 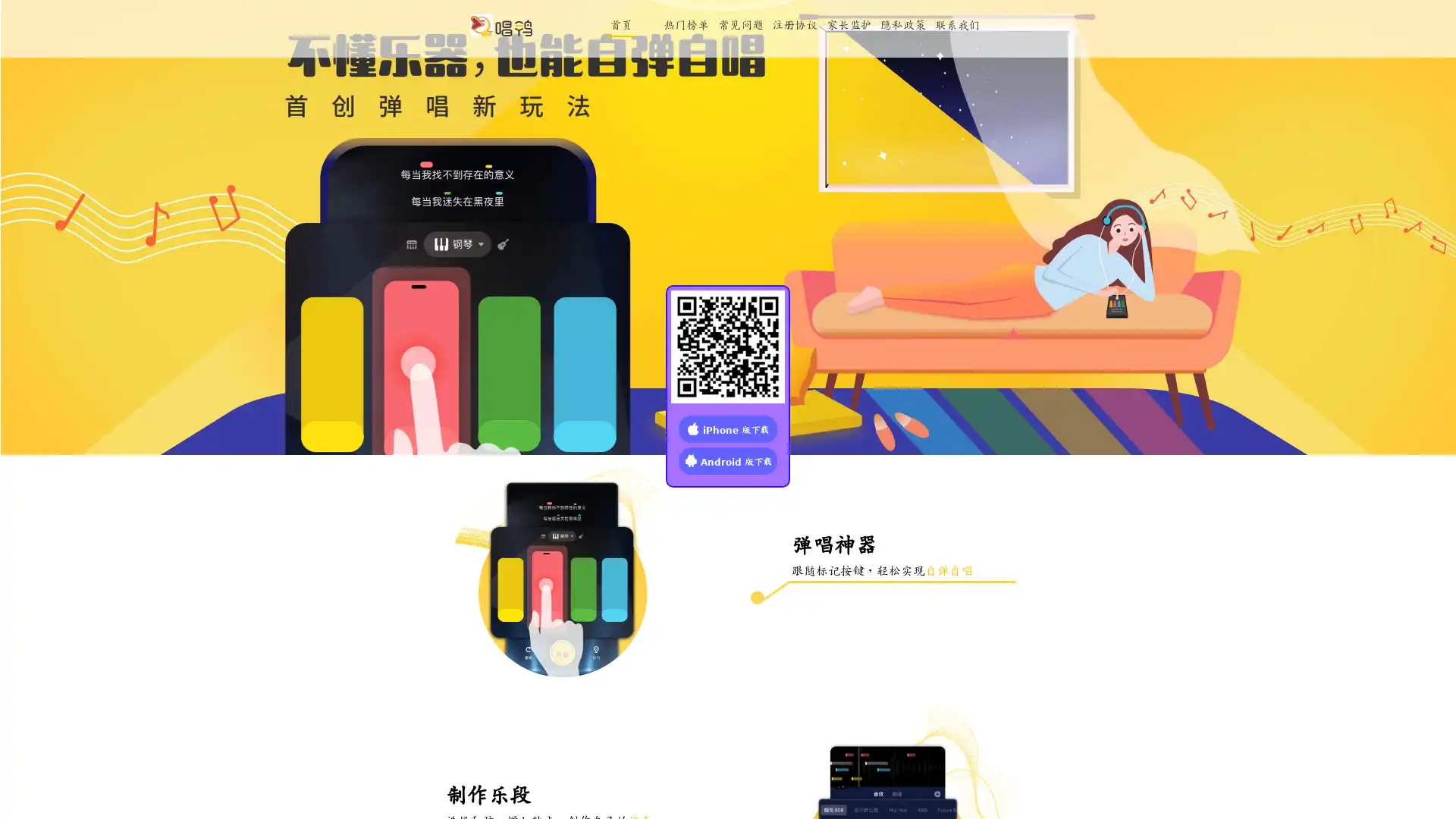 I want to click on Android, so click(x=728, y=459).